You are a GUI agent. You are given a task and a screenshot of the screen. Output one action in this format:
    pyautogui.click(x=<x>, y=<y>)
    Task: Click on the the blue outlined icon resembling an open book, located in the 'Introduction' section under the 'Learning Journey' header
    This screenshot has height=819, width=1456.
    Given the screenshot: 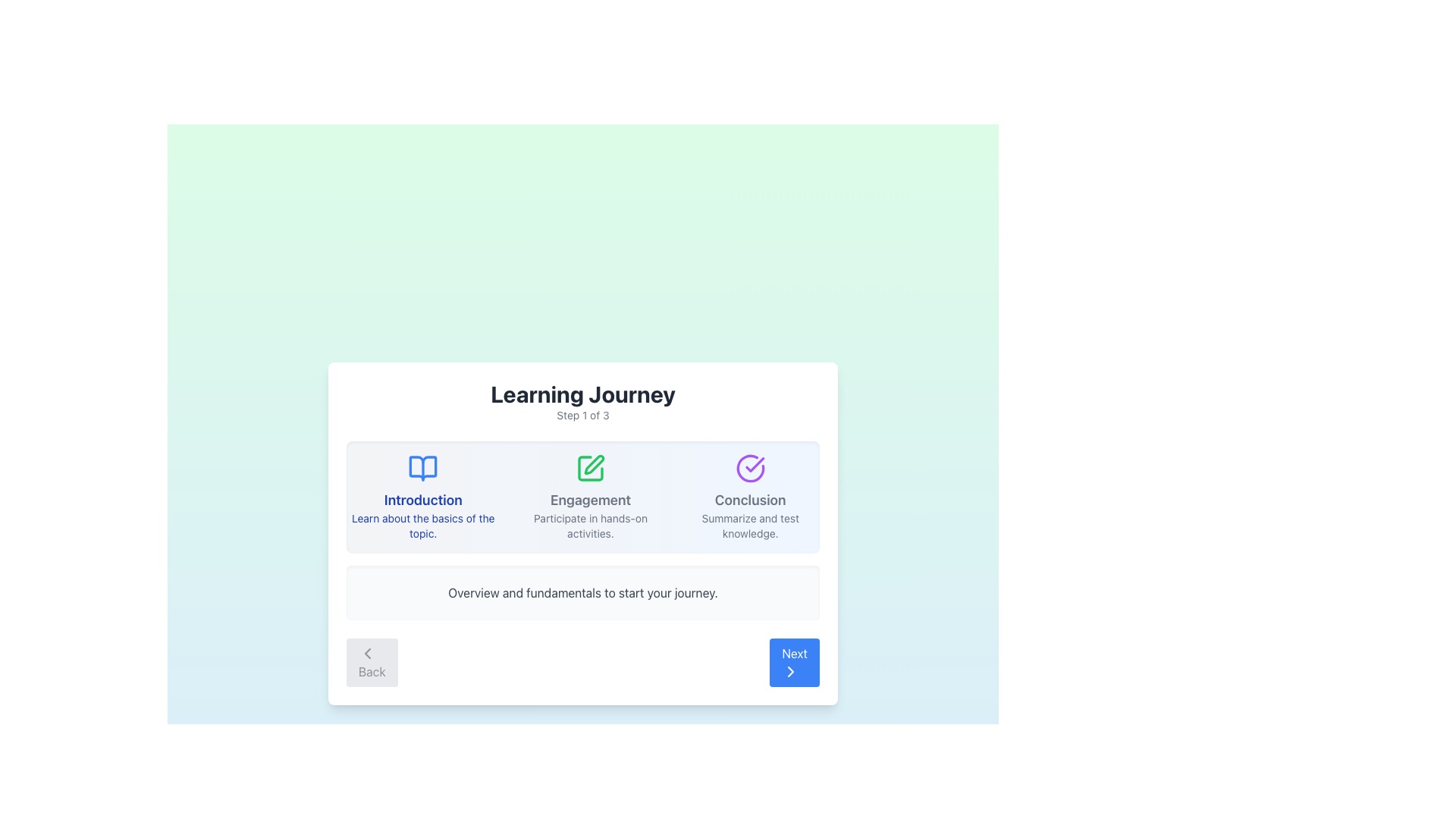 What is the action you would take?
    pyautogui.click(x=423, y=467)
    